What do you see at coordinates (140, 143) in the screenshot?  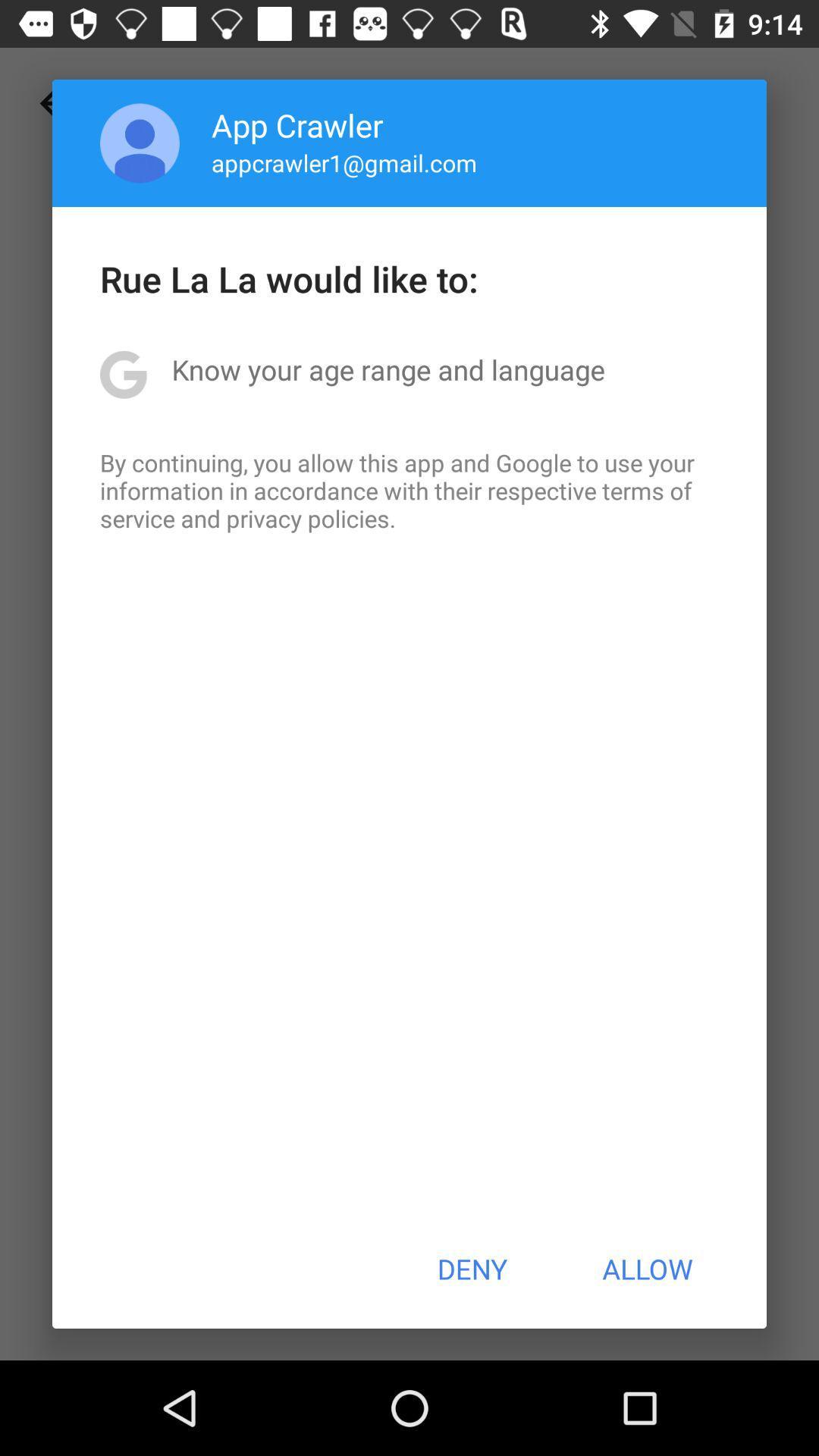 I see `the icon to the left of app crawler app` at bounding box center [140, 143].